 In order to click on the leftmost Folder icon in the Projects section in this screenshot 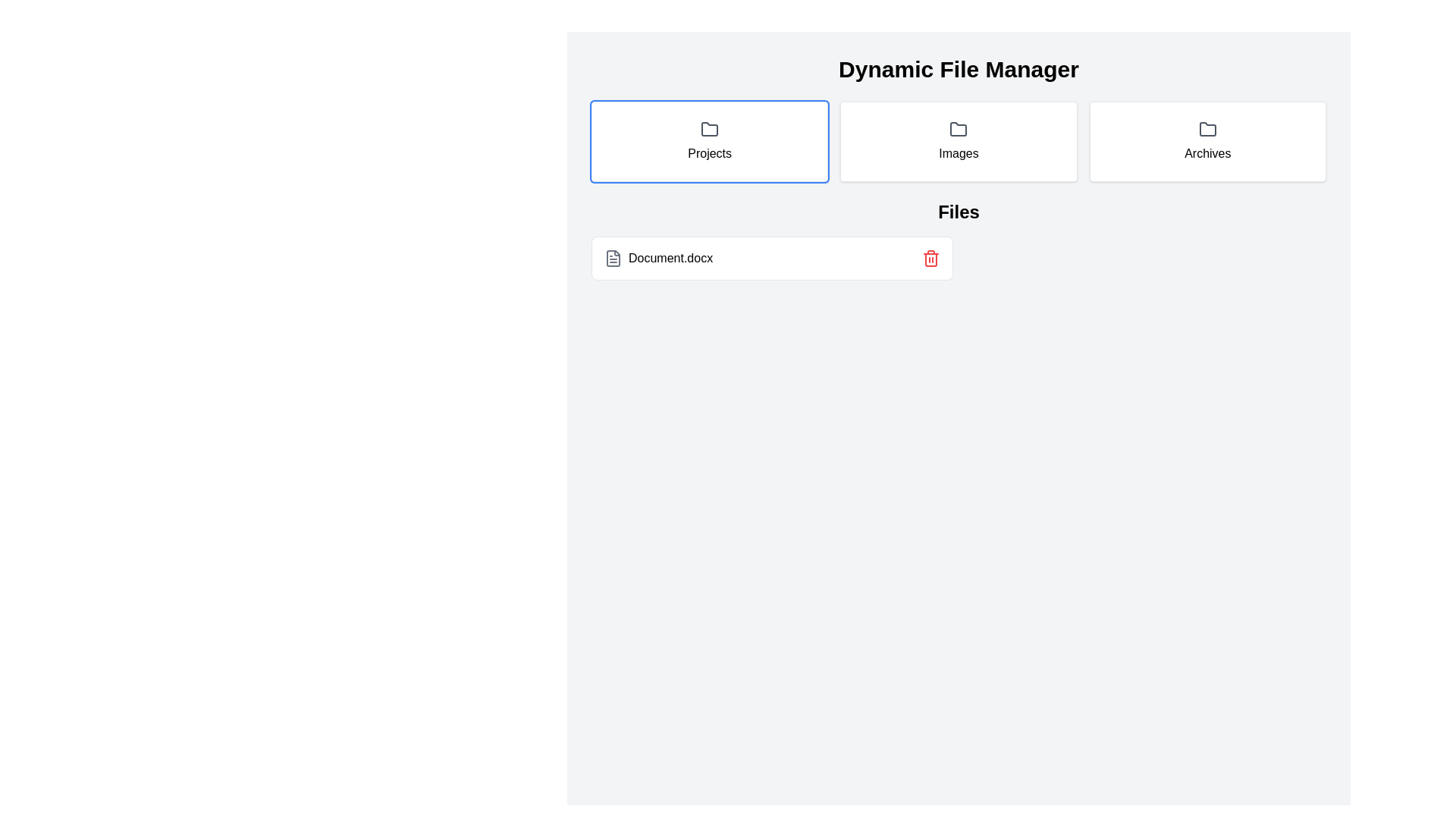, I will do `click(958, 128)`.